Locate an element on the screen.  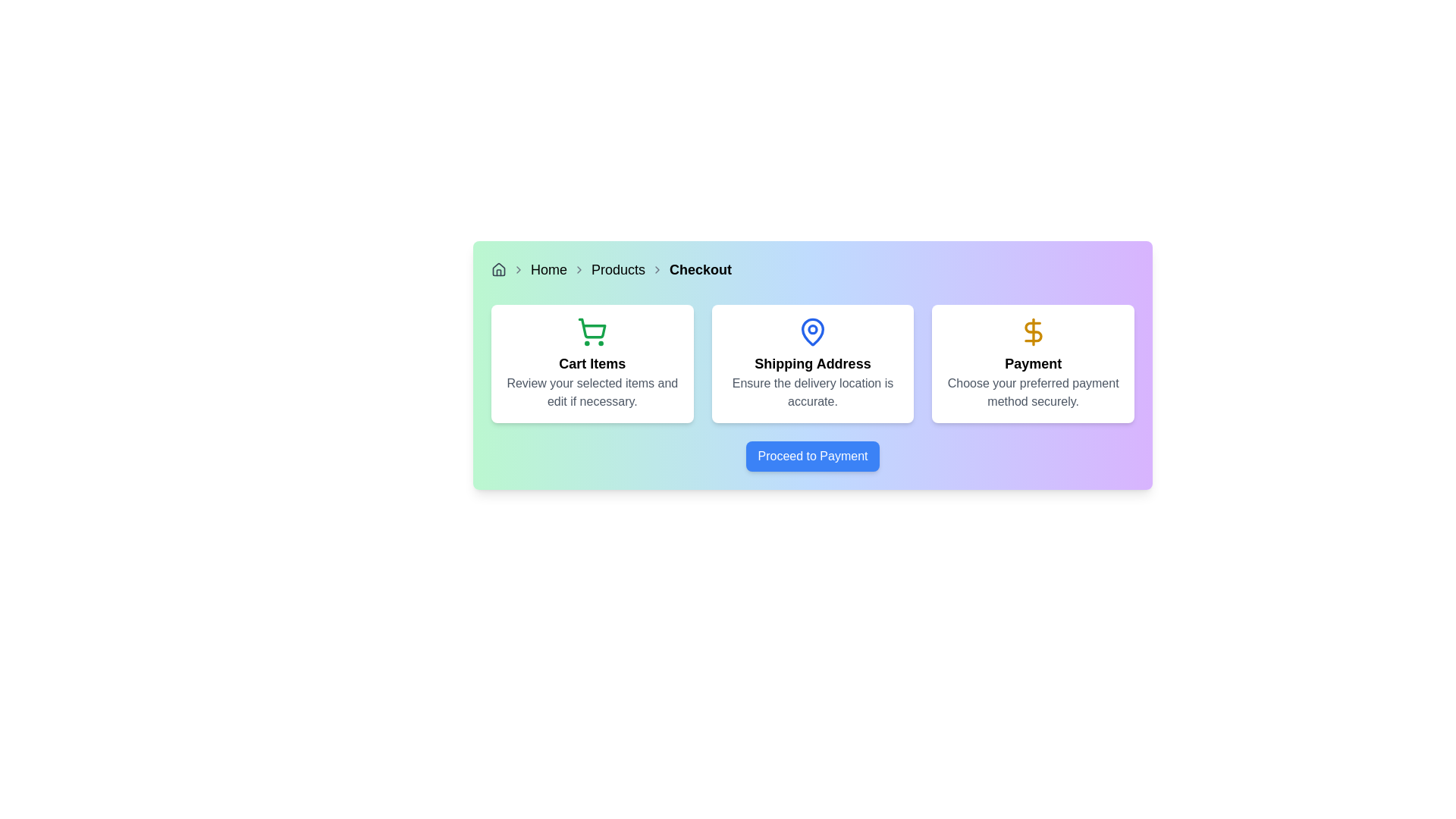
the static text element that reads 'Choose your preferred payment method securely.', which is styled in gray and positioned beneath the 'Payment' title and gold dollar icon within the third white card is located at coordinates (1032, 391).